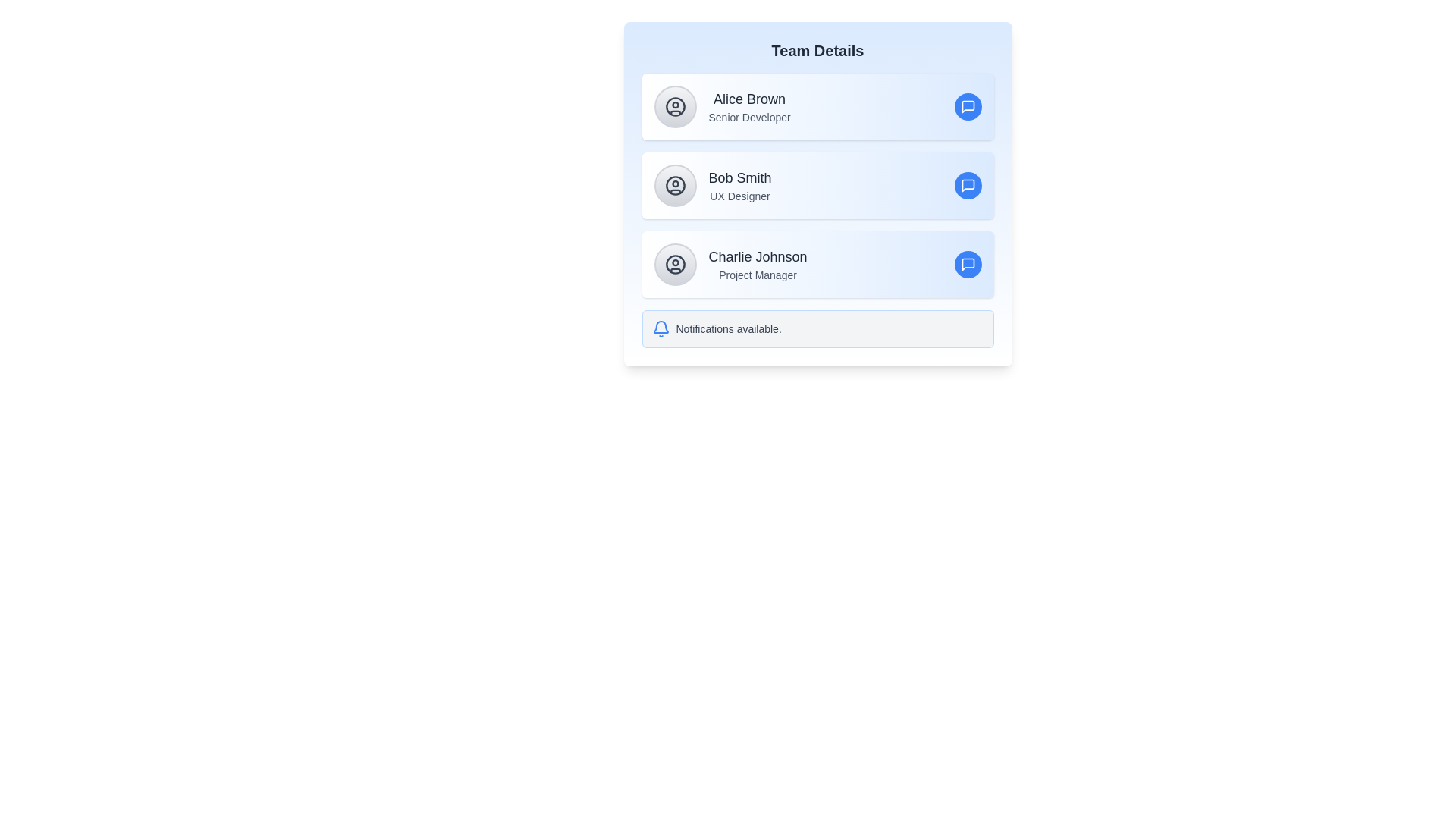 This screenshot has width=1456, height=819. What do you see at coordinates (758, 263) in the screenshot?
I see `the third team member's profile summary in the blue panel labeled 'Team Details', which is located below 'Bob Smith, UX Designer'` at bounding box center [758, 263].